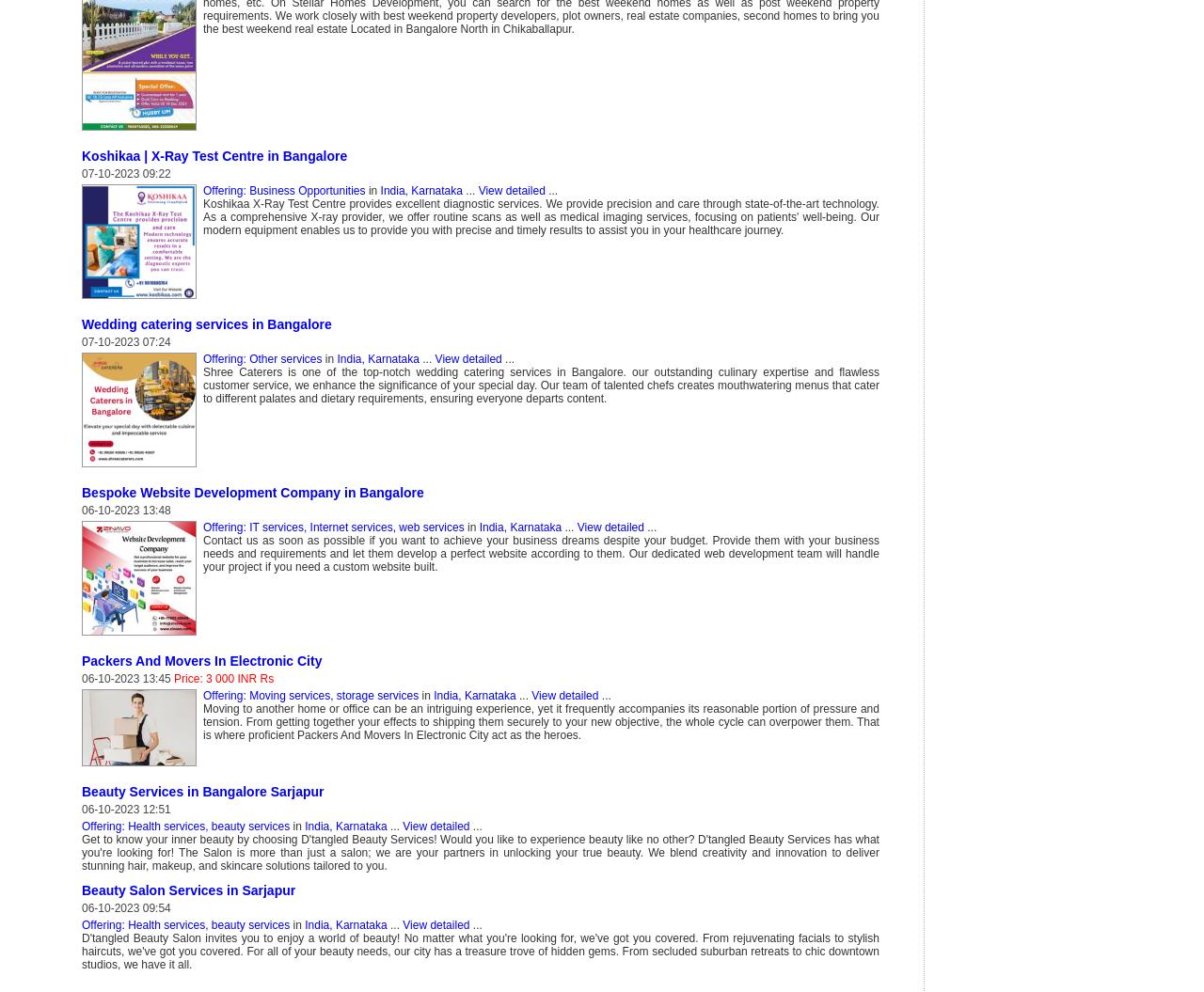  Describe the element at coordinates (251, 493) in the screenshot. I see `'Bespoke Website Development Company in Bangalore'` at that location.